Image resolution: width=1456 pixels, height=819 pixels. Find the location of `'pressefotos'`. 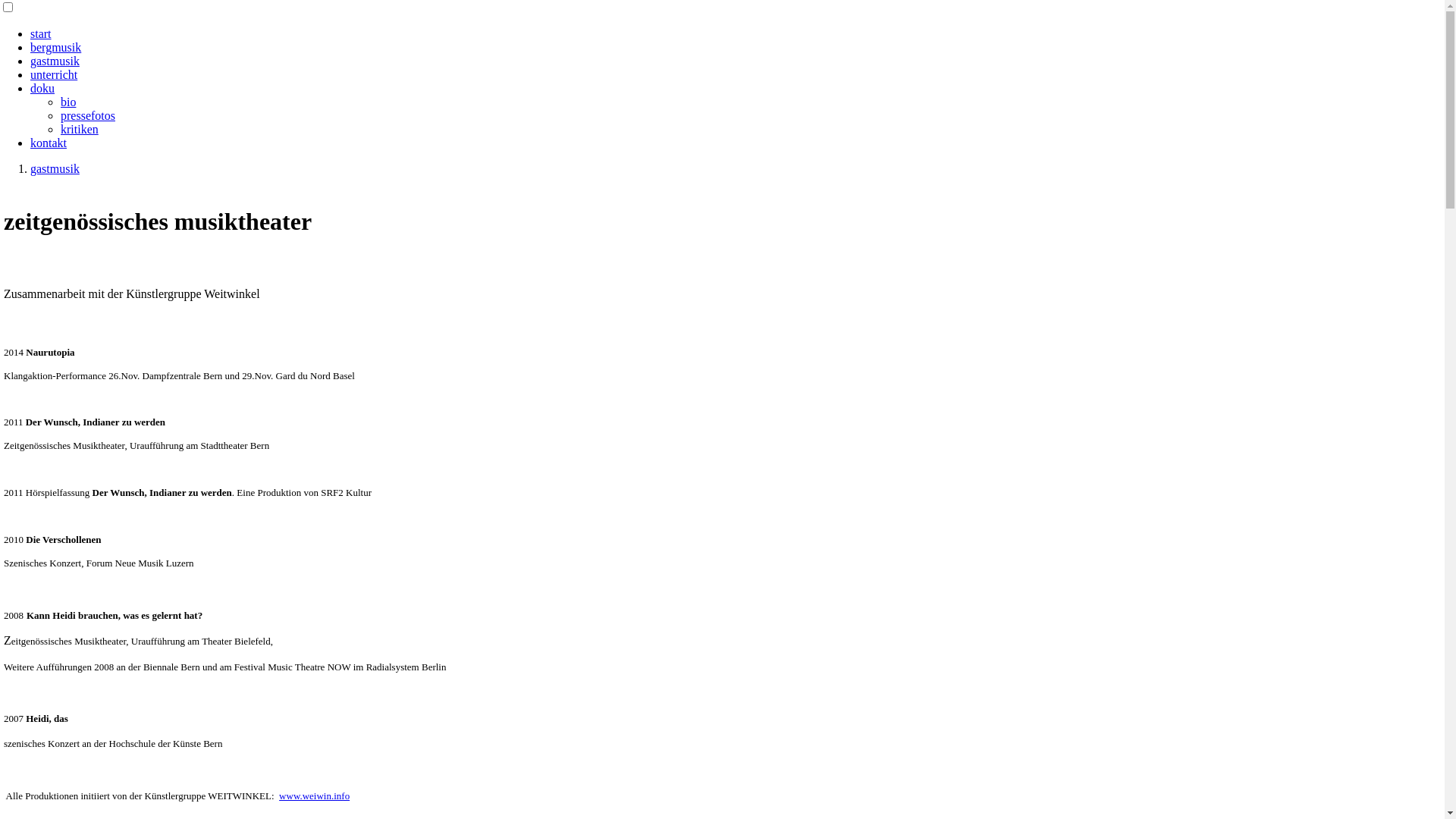

'pressefotos' is located at coordinates (61, 115).